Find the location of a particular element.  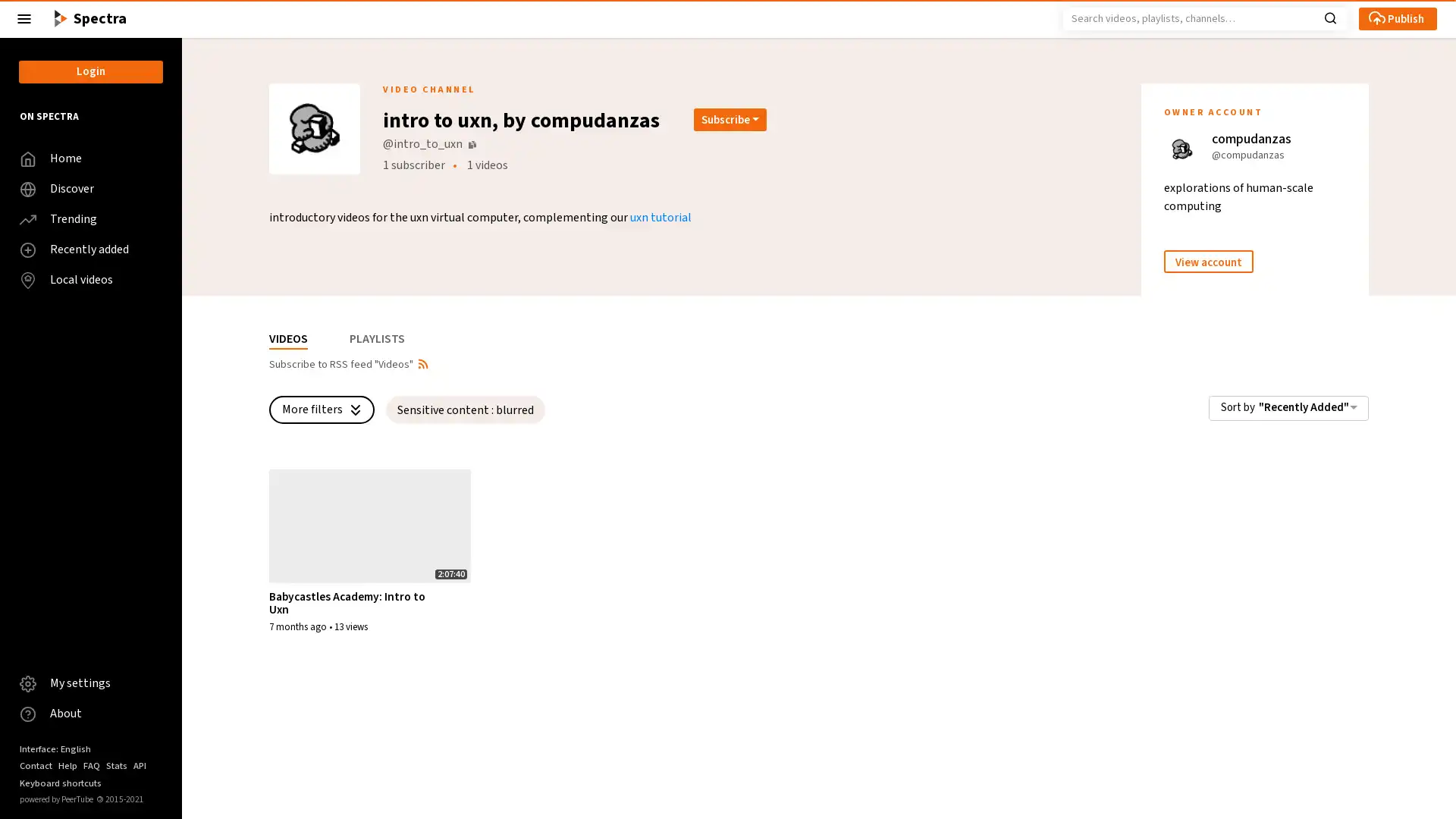

Open syndication dropdown is located at coordinates (422, 362).